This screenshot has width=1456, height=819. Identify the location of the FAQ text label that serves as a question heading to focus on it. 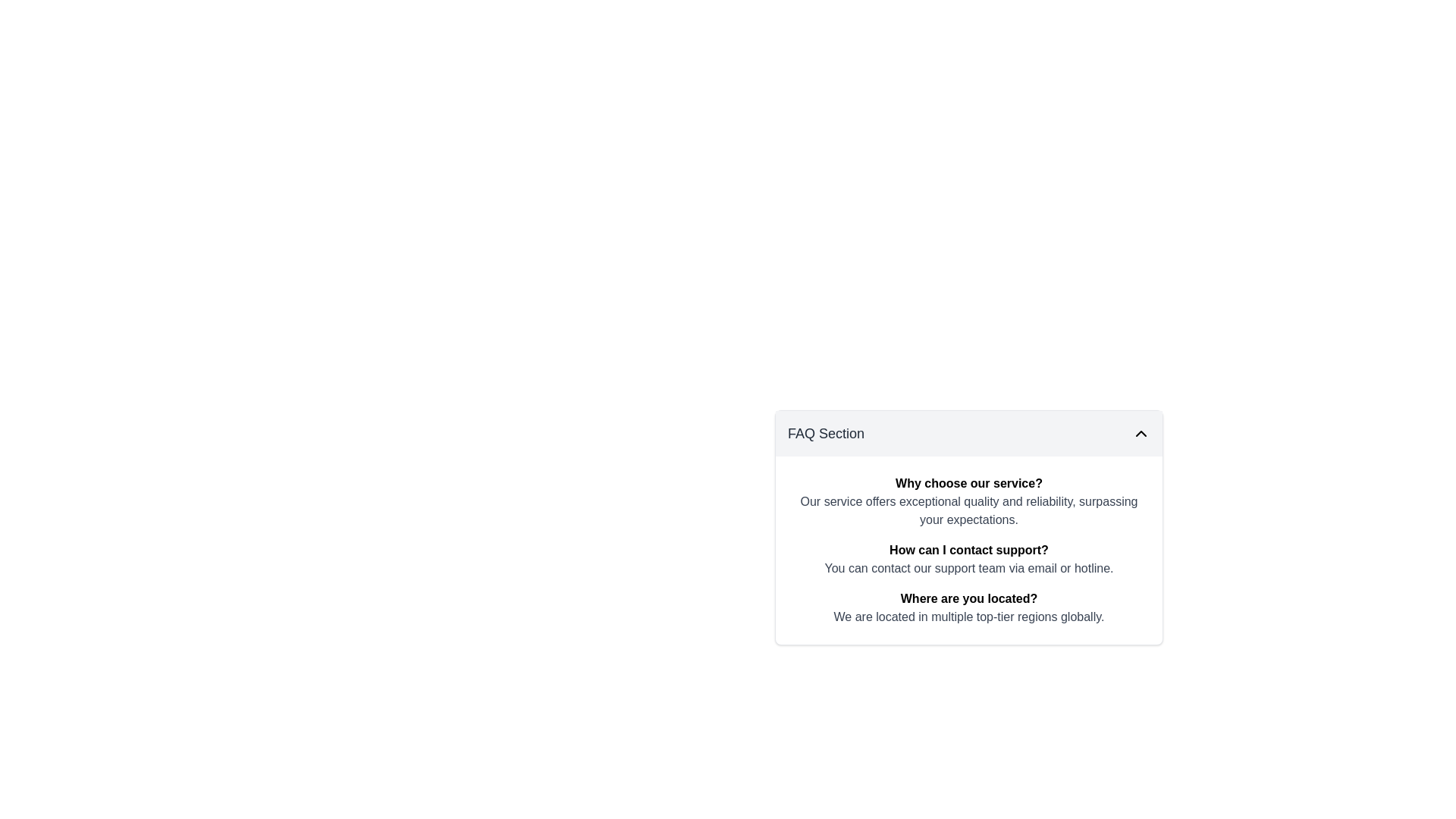
(968, 550).